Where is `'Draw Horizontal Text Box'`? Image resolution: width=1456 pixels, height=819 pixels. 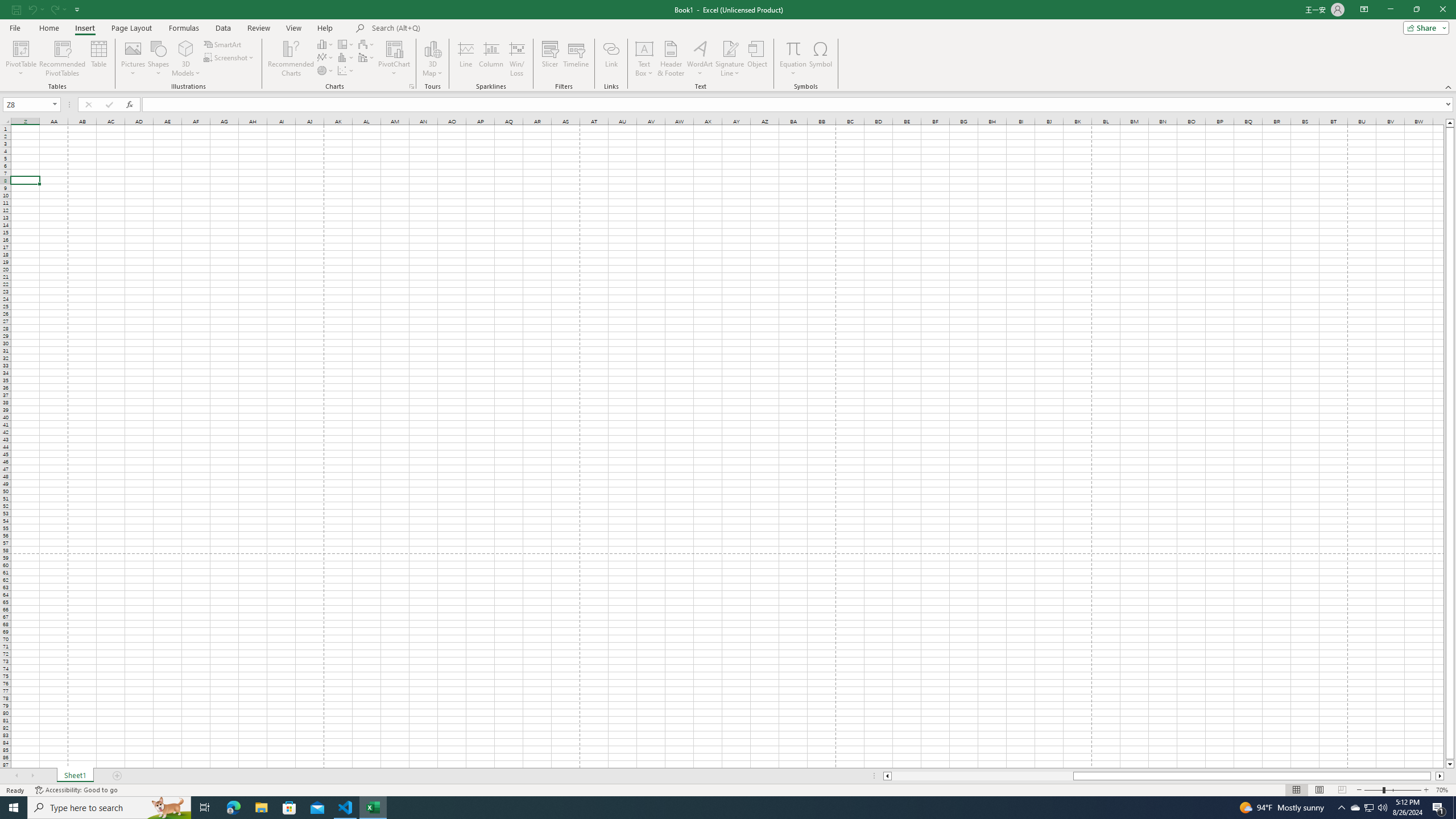 'Draw Horizontal Text Box' is located at coordinates (644, 48).